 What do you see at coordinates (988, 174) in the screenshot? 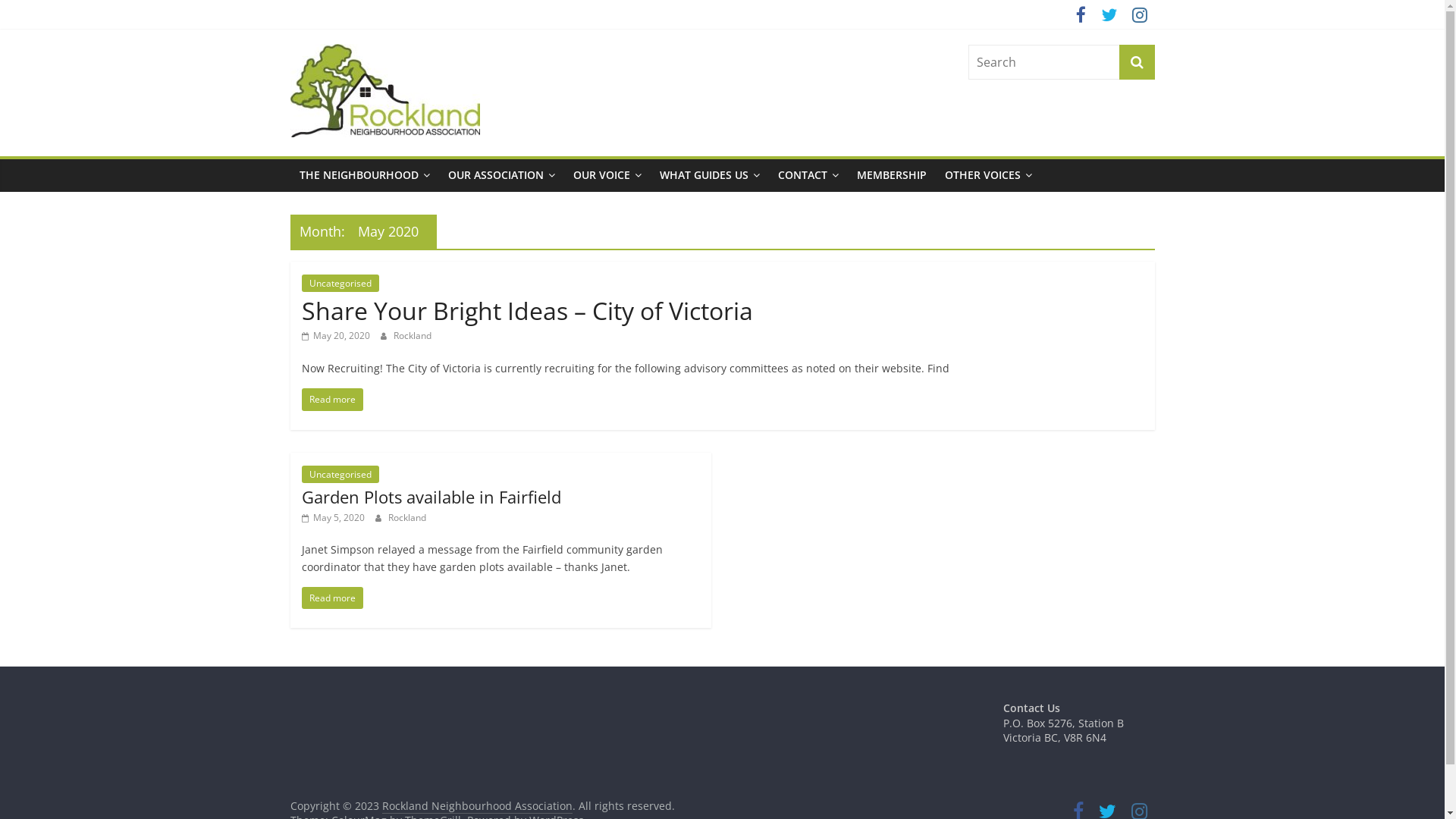
I see `'OTHER VOICES'` at bounding box center [988, 174].